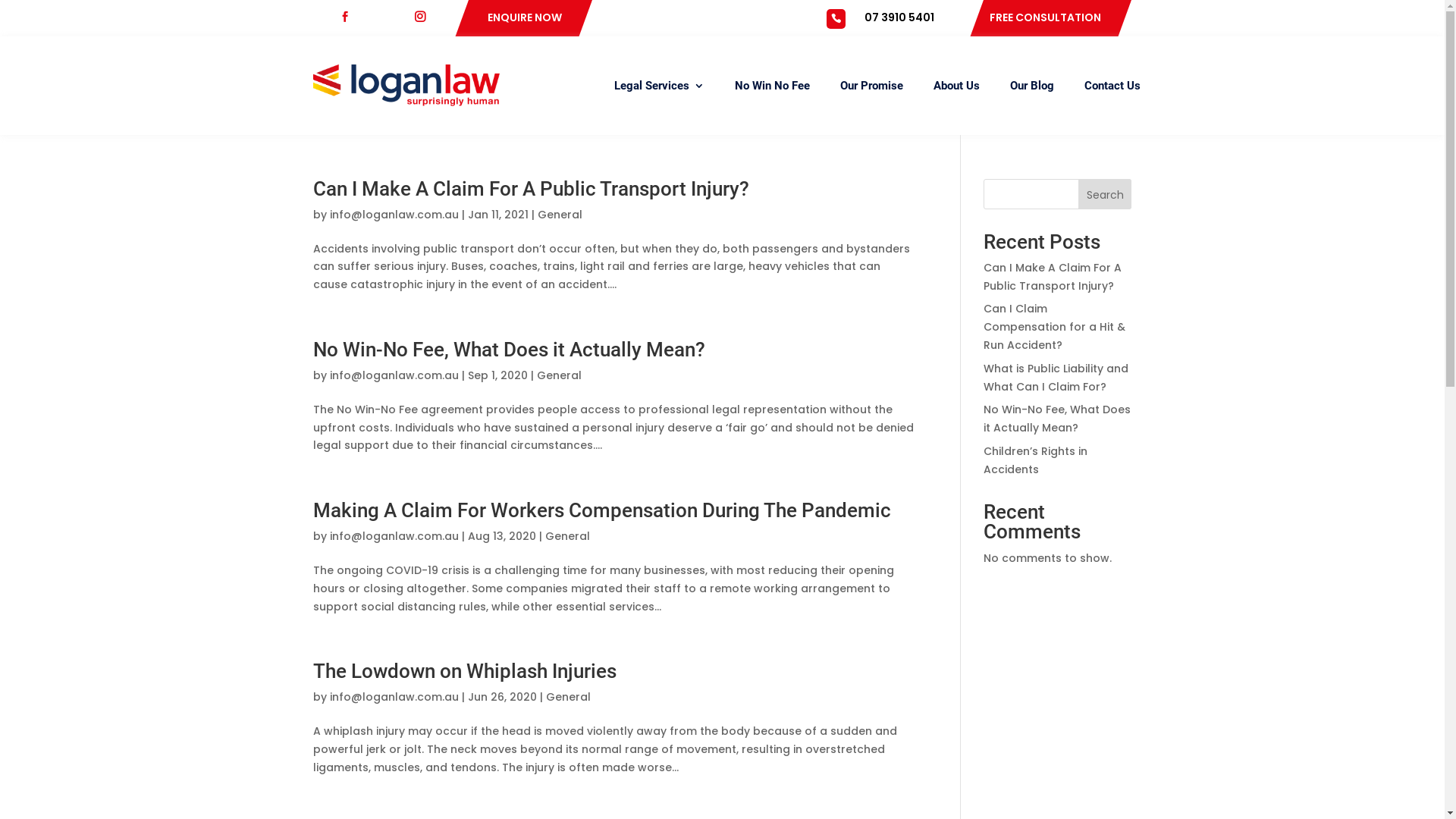 Image resolution: width=1456 pixels, height=819 pixels. I want to click on 'fb', so click(350, 17).